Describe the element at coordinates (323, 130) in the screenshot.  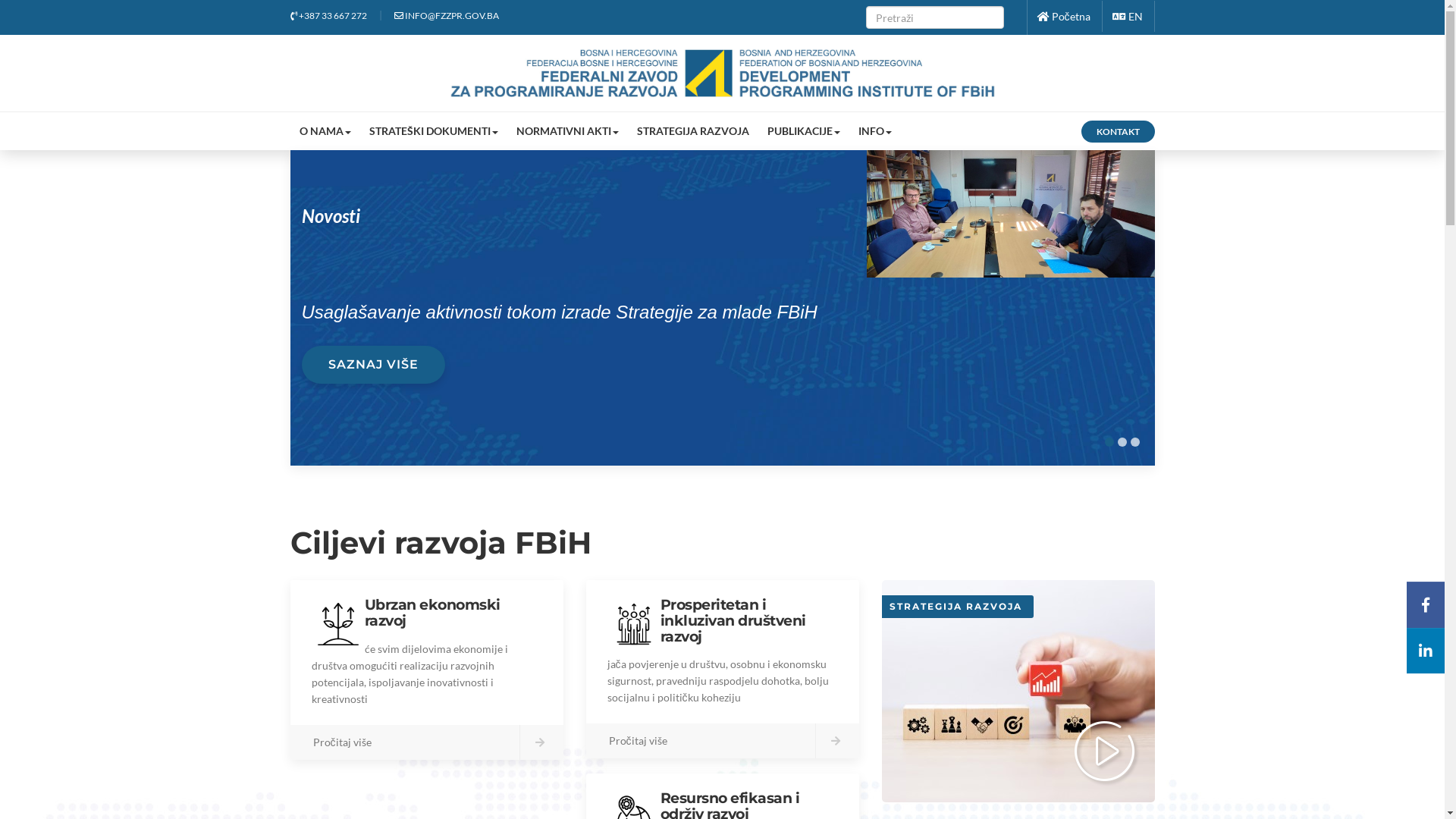
I see `'O NAMA'` at that location.